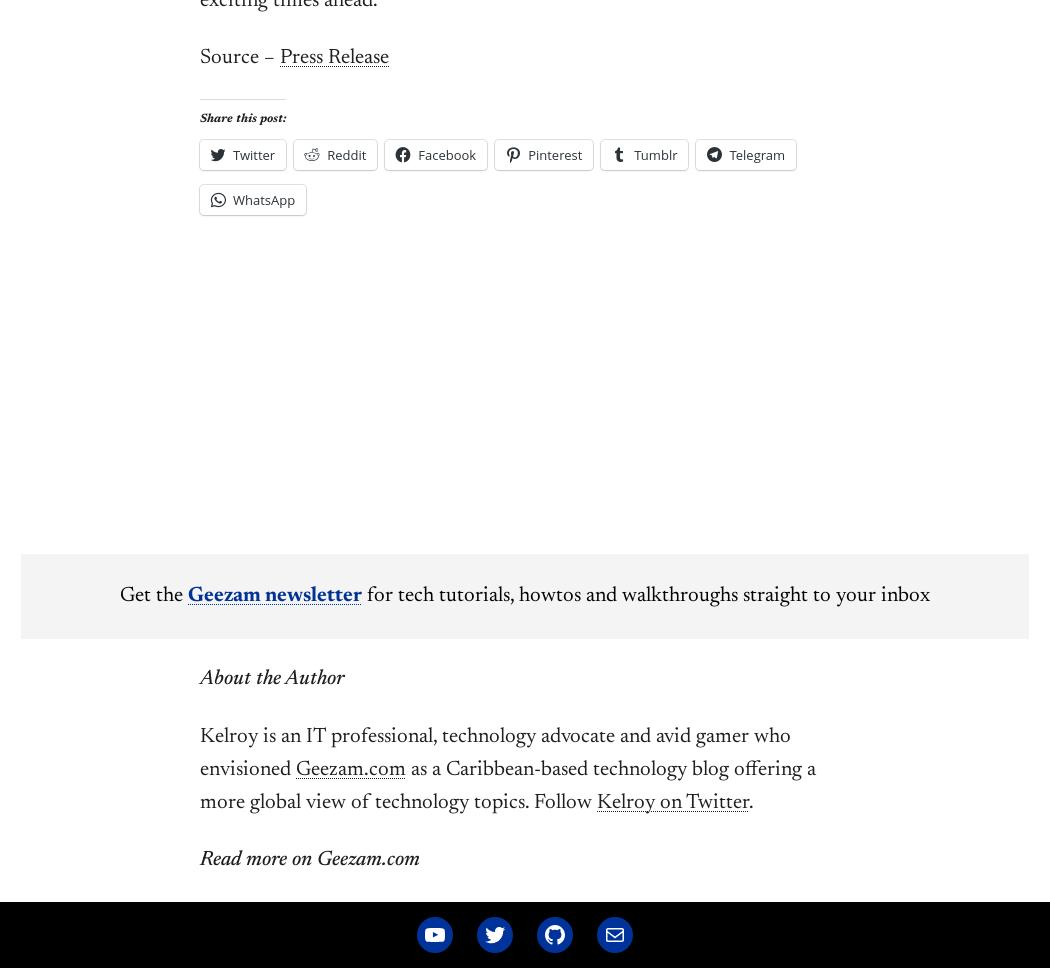  Describe the element at coordinates (154, 596) in the screenshot. I see `'Get the'` at that location.